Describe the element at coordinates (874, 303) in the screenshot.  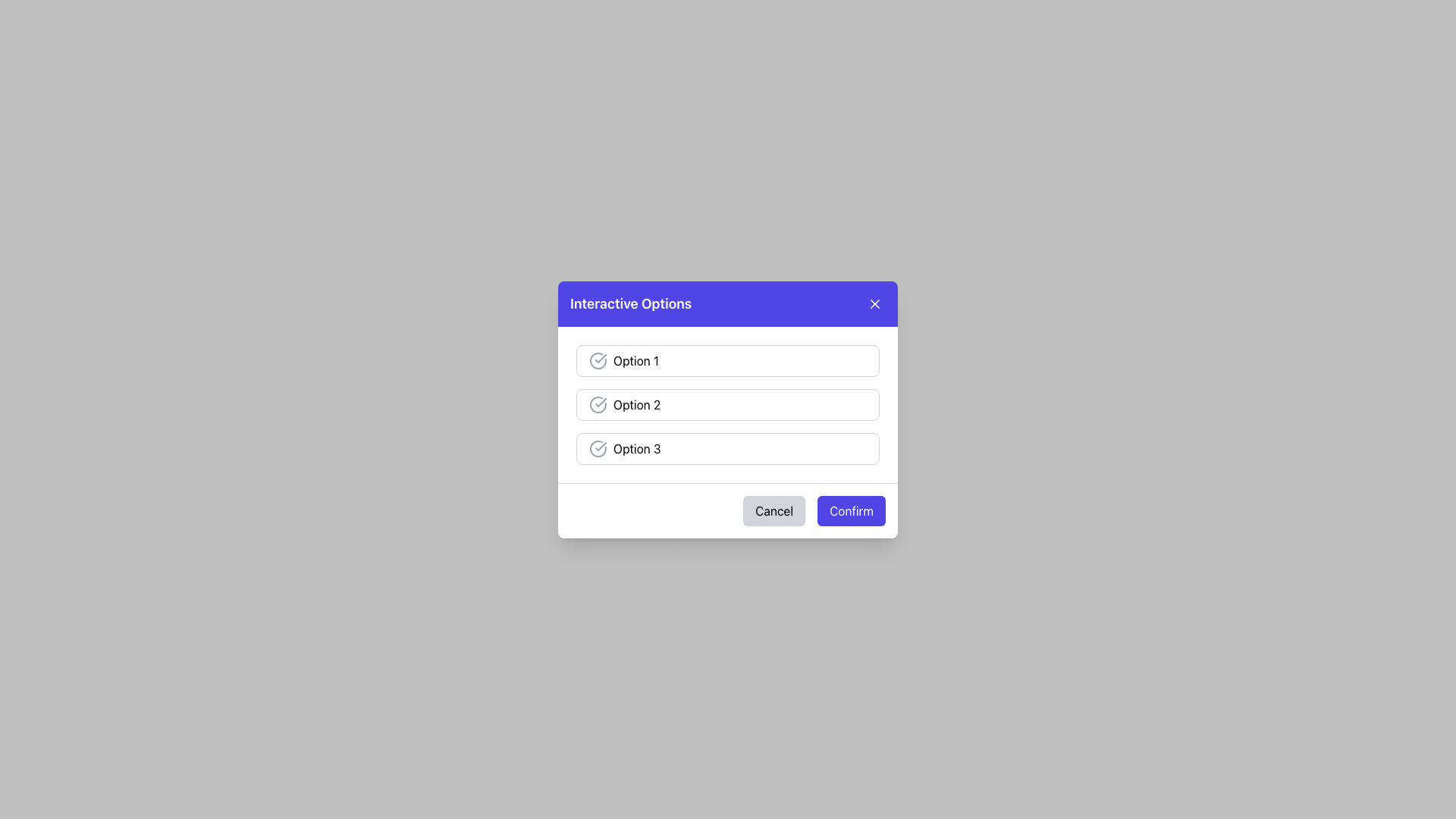
I see `the close button located in the top right corner of the purple header labeled 'Interactive Options'` at that location.